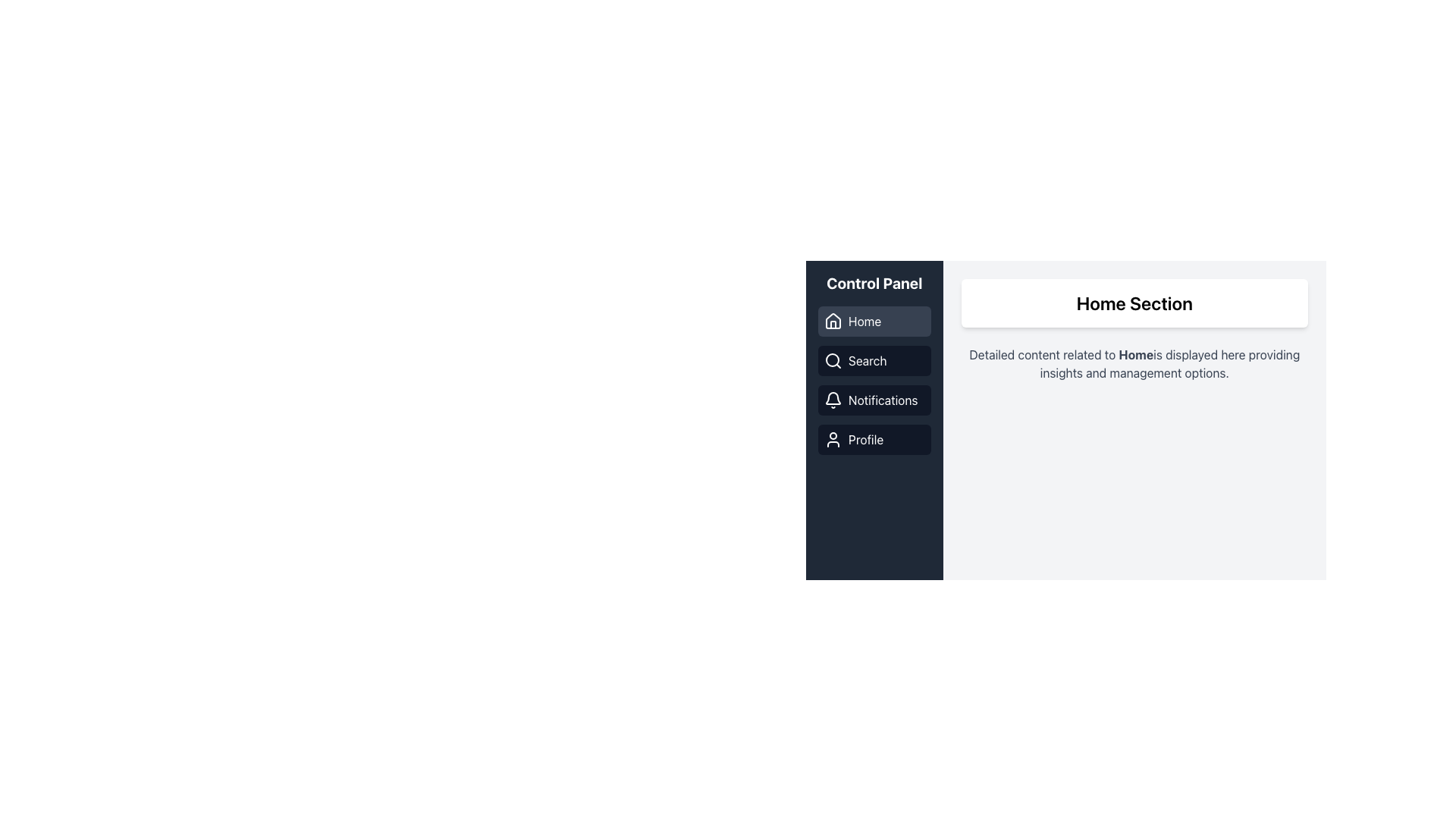 This screenshot has height=819, width=1456. I want to click on the title text label located near the top-right of the interface, which serves as a section header for the content related to 'Home', so click(1134, 303).